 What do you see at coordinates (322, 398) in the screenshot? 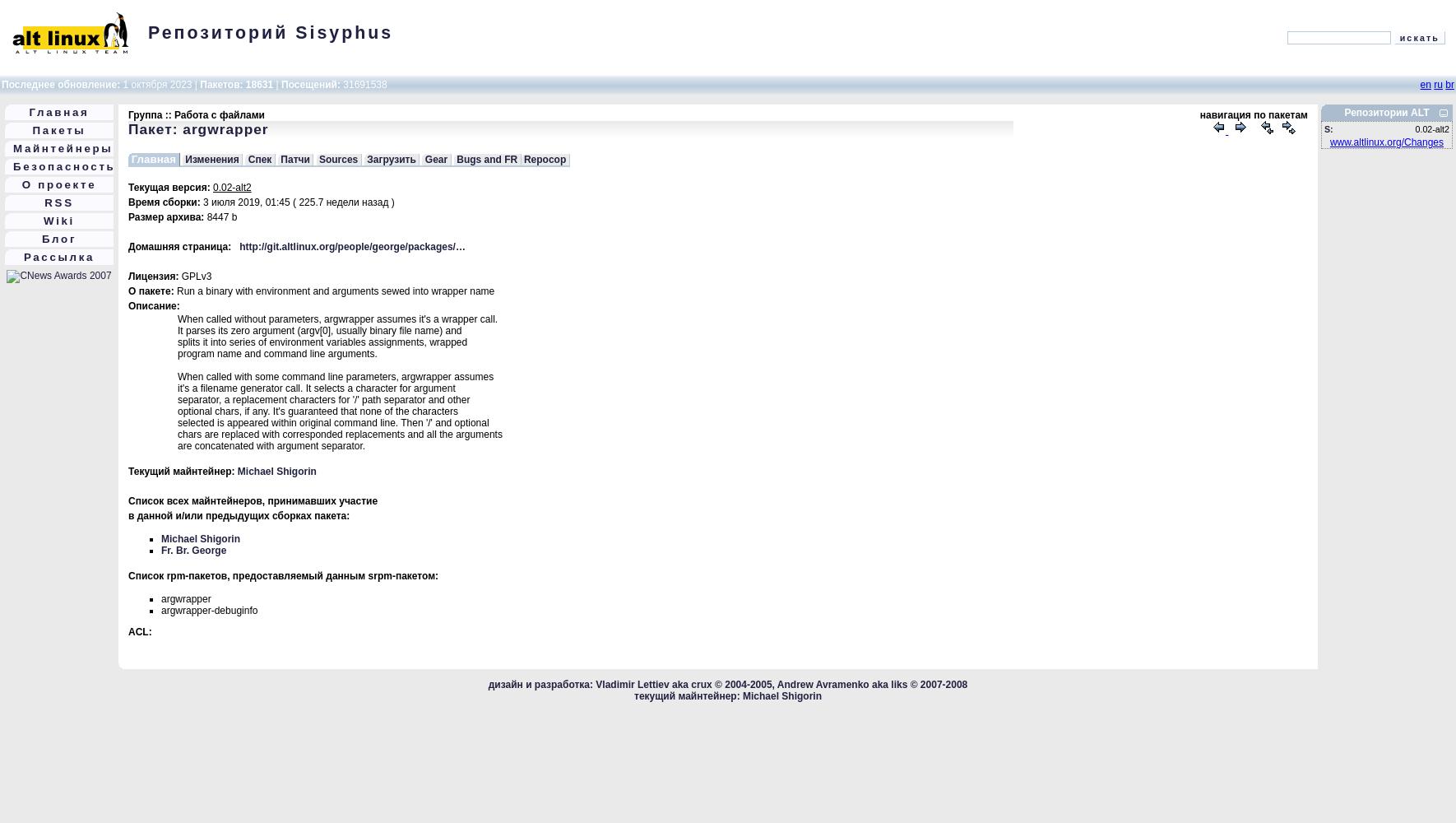
I see `'separator, a replacement characters for '/' path separator and other'` at bounding box center [322, 398].